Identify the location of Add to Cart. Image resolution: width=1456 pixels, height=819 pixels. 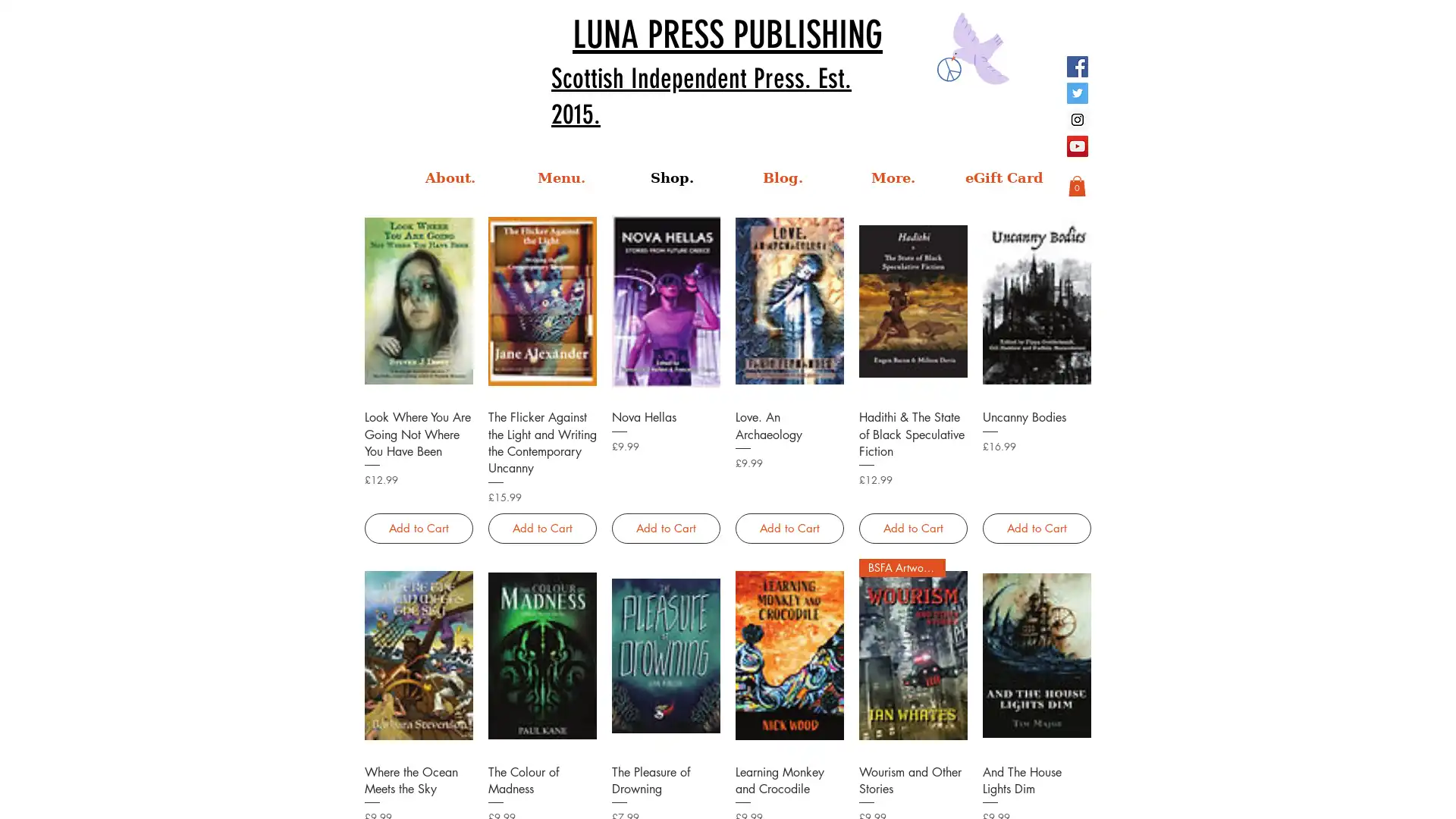
(789, 527).